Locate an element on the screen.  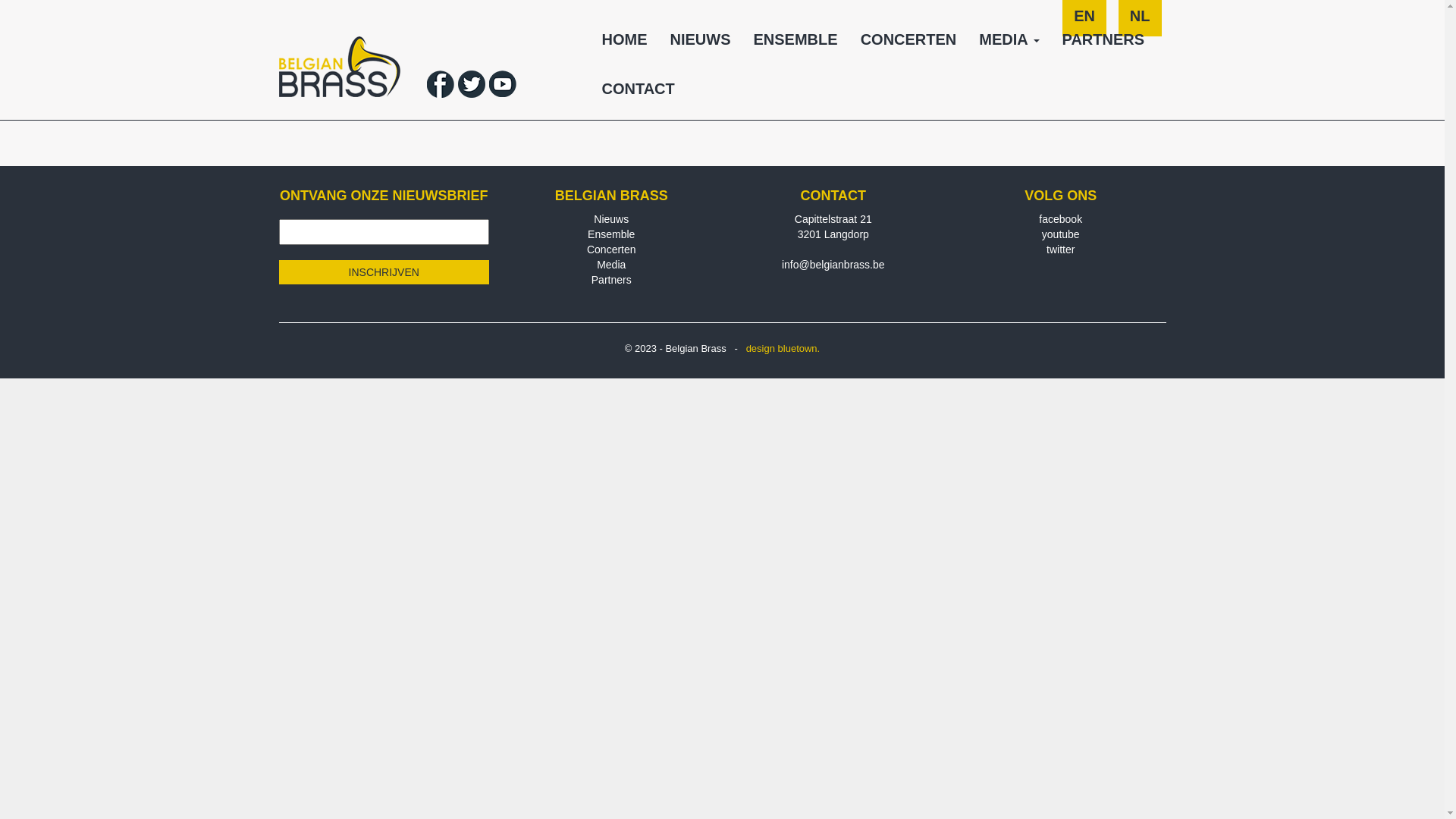
'Media' is located at coordinates (611, 263).